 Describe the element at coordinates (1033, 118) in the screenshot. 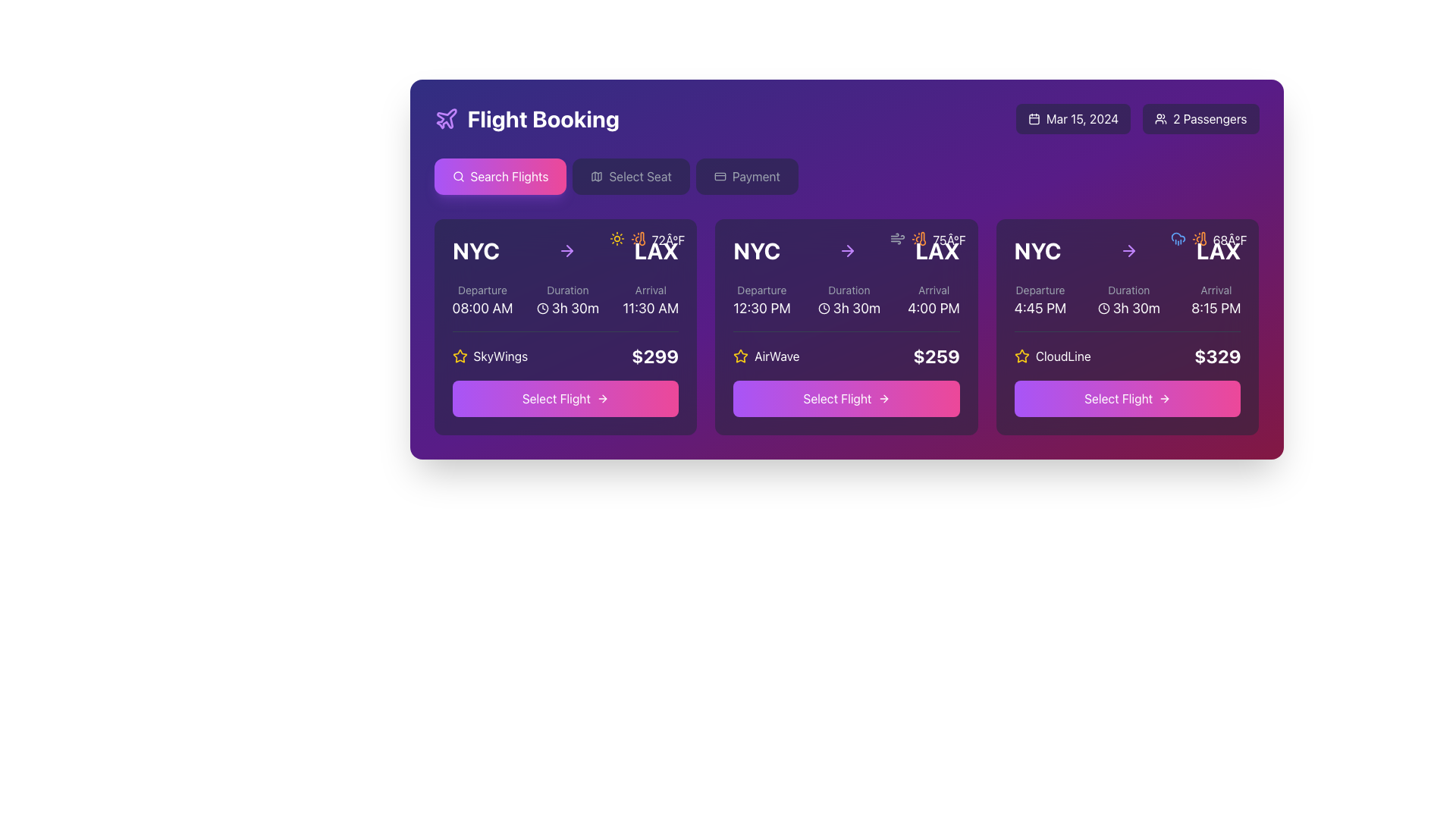

I see `the rounded rectangle component of the calendar icon located in the top-right toolbar, which is positioned to the left of the date display 'Mar 15, 2024'` at that location.